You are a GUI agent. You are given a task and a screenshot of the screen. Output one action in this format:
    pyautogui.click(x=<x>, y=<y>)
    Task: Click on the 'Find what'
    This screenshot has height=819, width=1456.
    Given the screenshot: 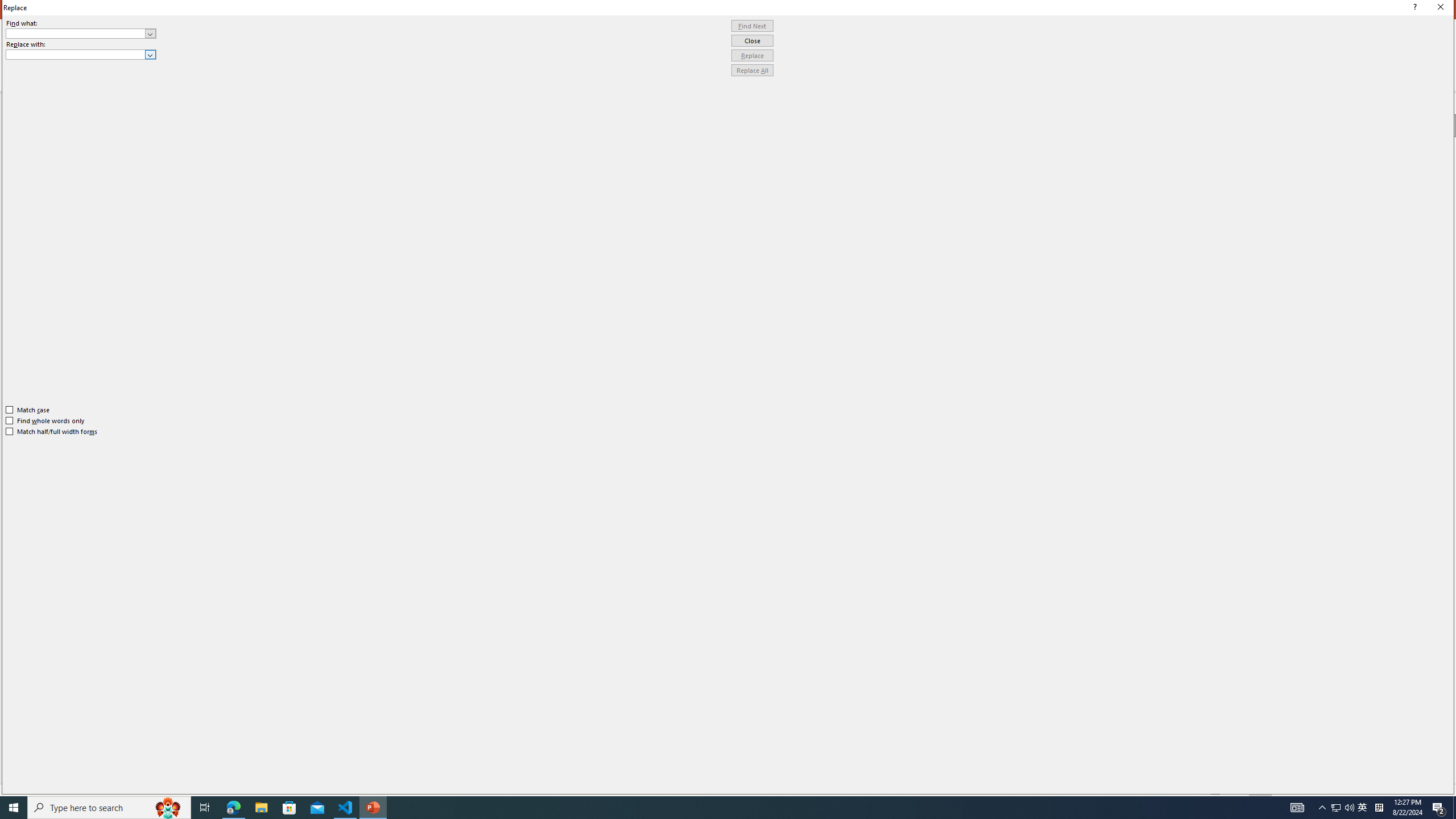 What is the action you would take?
    pyautogui.click(x=76, y=33)
    